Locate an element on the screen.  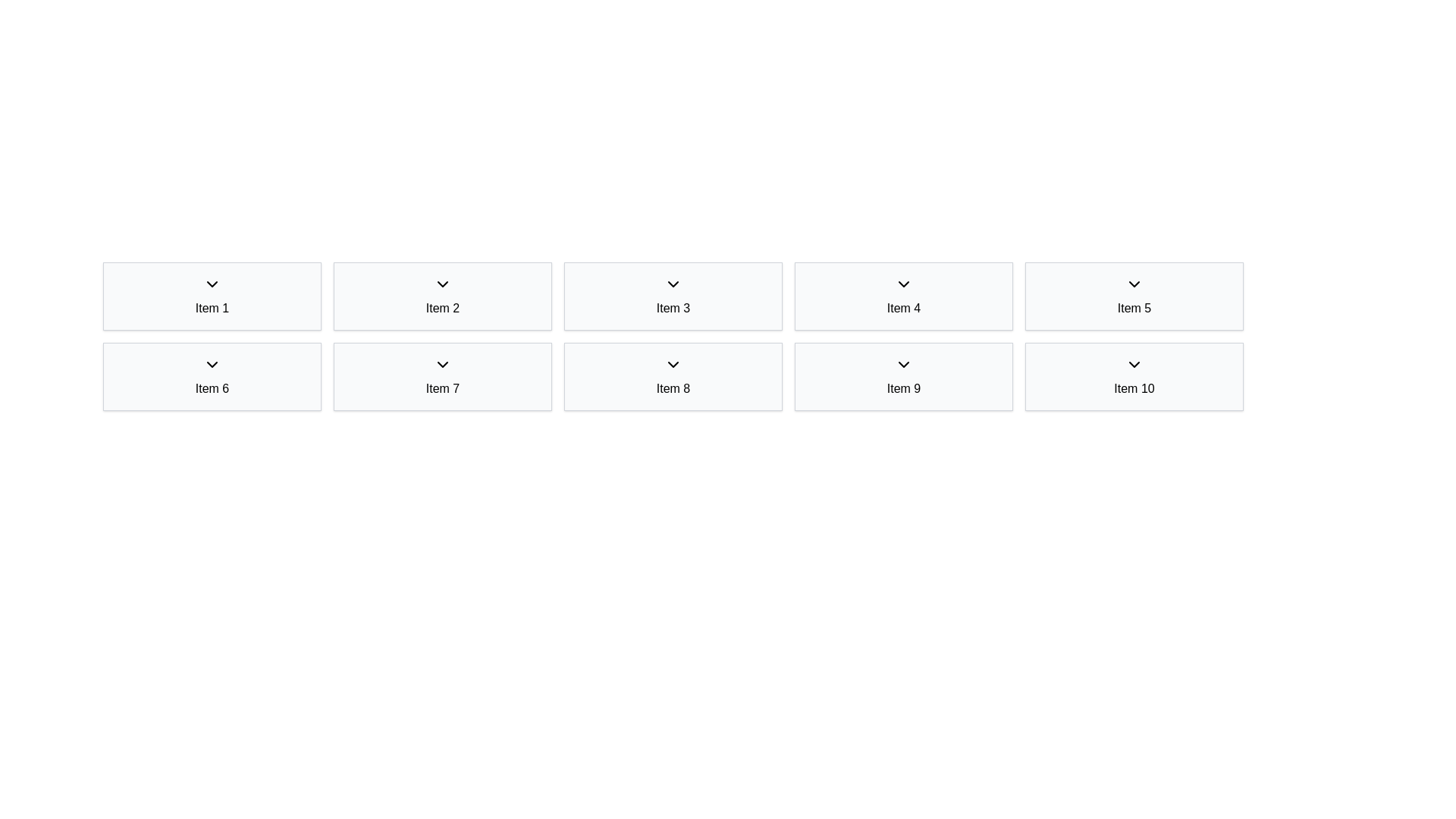
the static text label that represents 'Item 2', located in the second column of the first row of a grid layout is located at coordinates (442, 308).